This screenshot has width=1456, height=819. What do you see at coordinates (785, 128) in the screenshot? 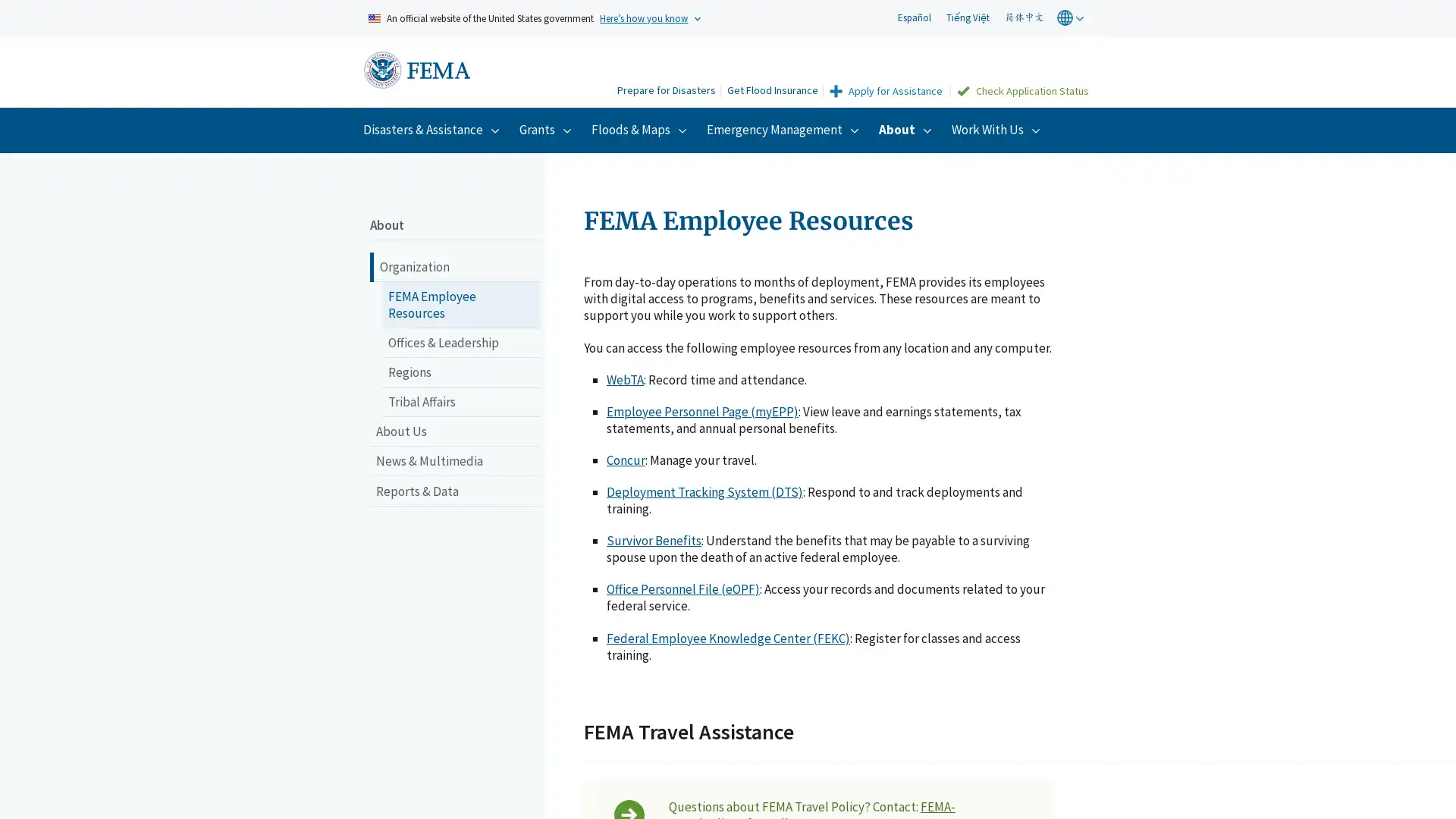
I see `Emergency Management` at bounding box center [785, 128].